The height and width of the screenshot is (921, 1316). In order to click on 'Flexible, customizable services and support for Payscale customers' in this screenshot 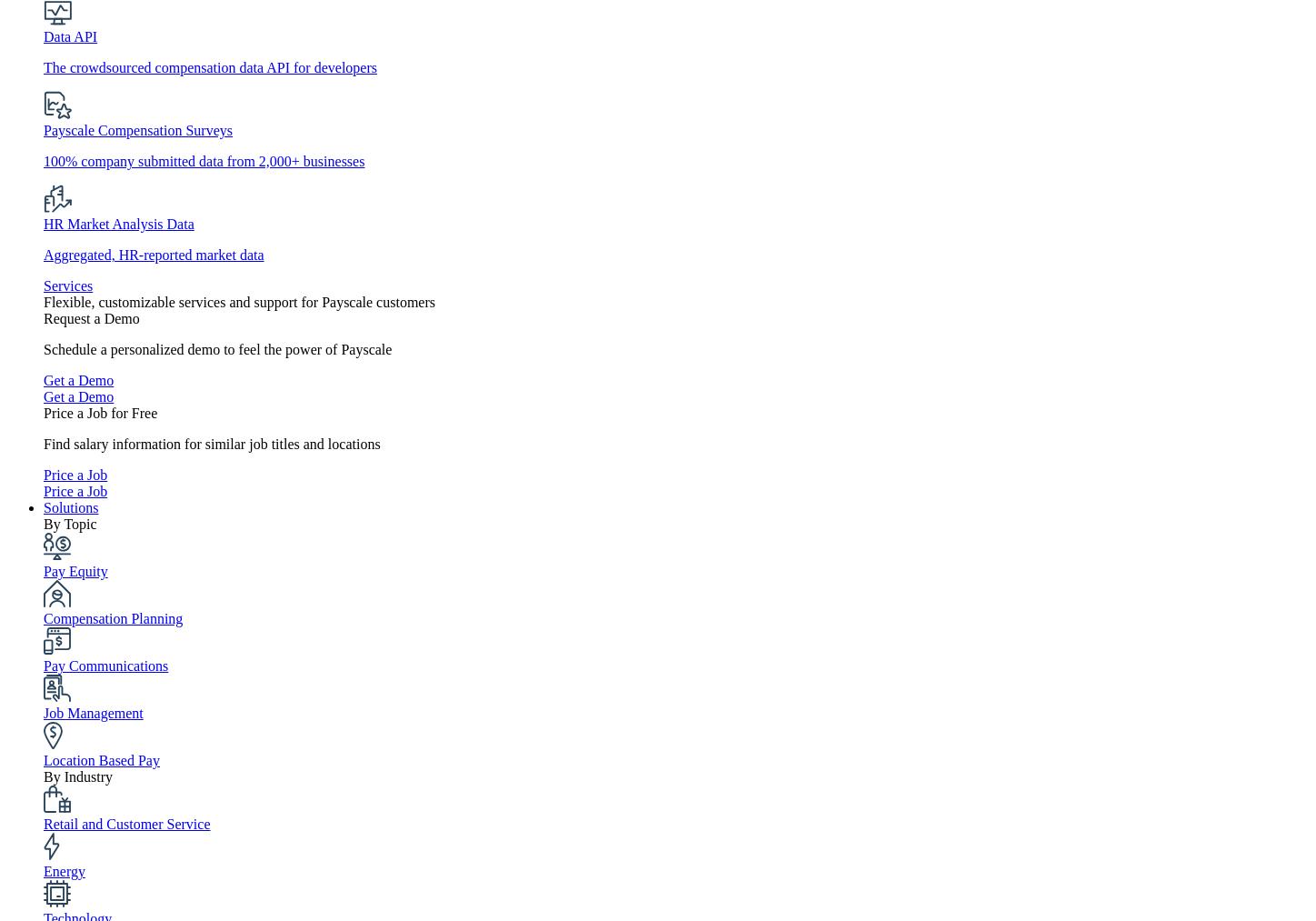, I will do `click(239, 302)`.